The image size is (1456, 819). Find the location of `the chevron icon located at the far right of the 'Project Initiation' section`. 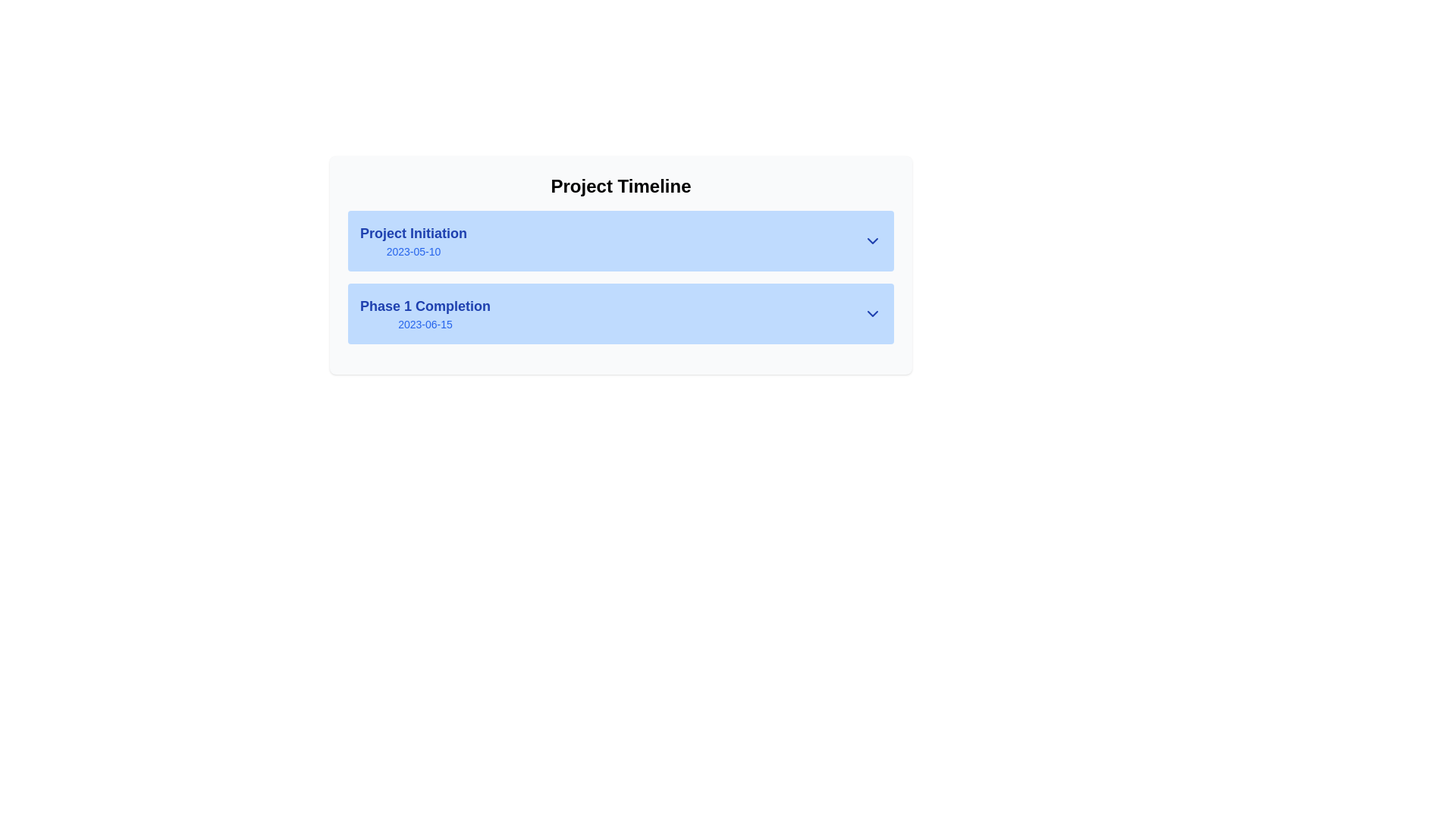

the chevron icon located at the far right of the 'Project Initiation' section is located at coordinates (873, 240).